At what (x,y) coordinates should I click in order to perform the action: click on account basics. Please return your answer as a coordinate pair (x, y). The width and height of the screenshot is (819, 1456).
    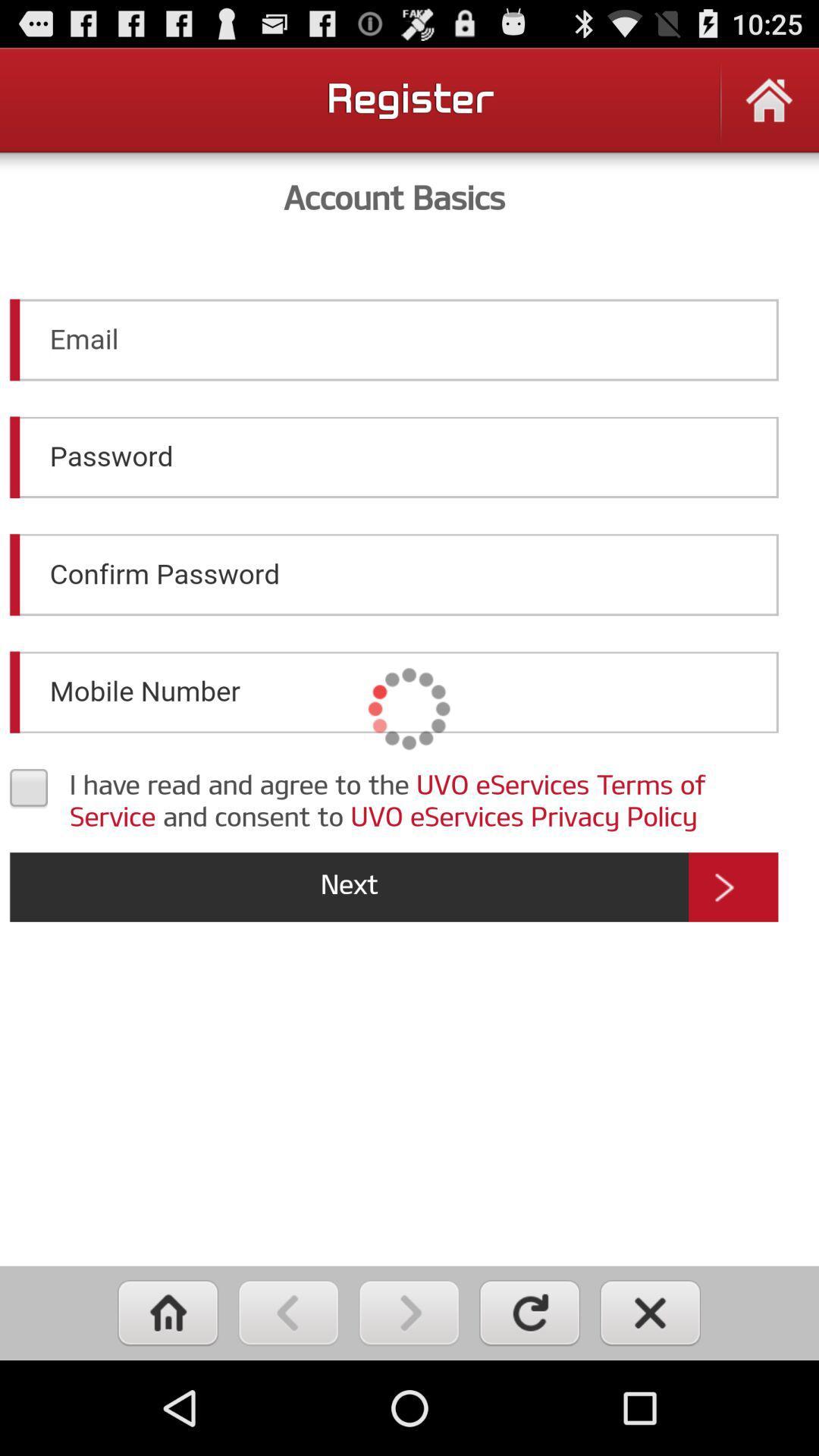
    Looking at the image, I should click on (409, 708).